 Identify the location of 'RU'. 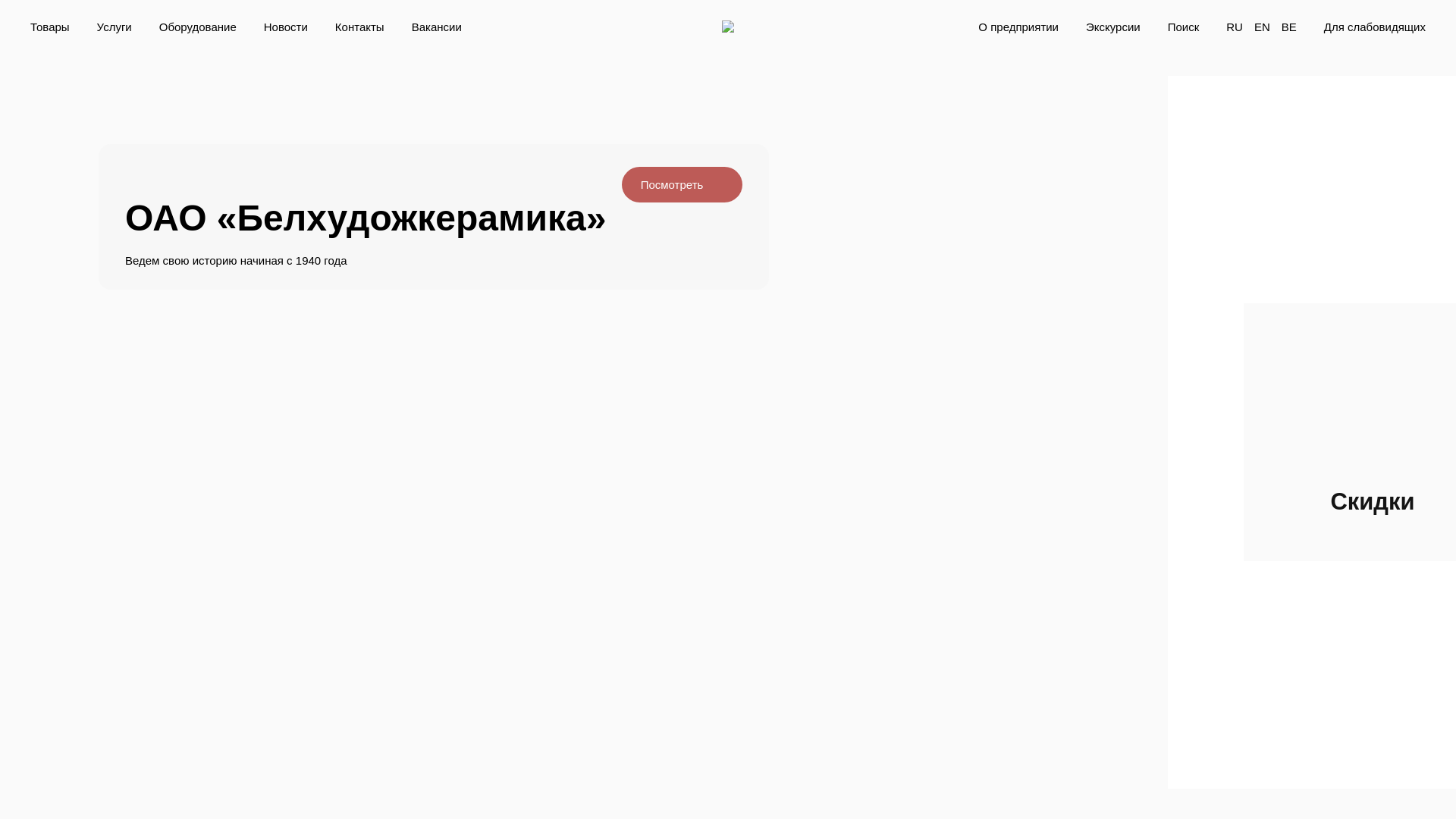
(1234, 26).